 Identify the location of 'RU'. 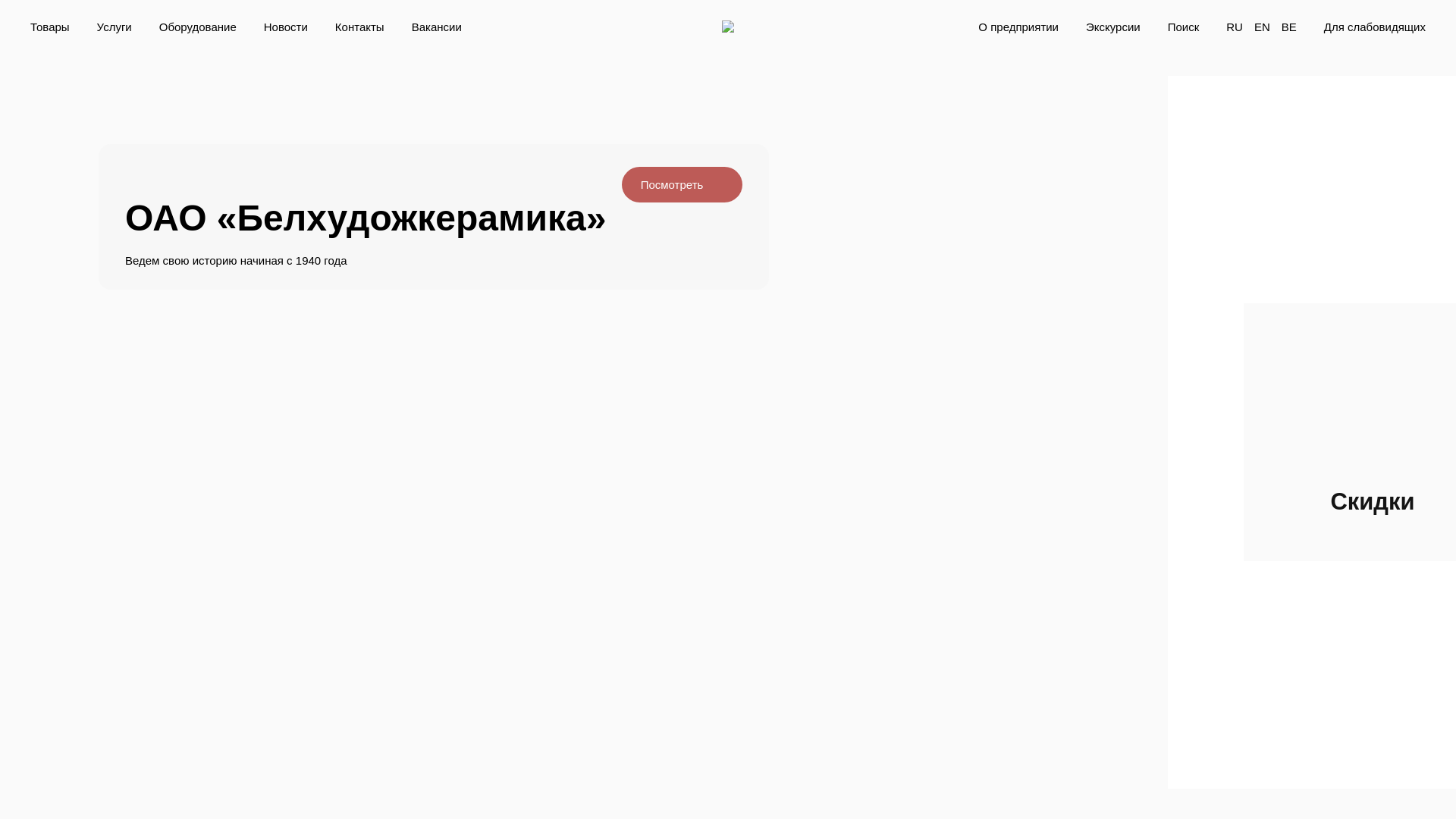
(1234, 26).